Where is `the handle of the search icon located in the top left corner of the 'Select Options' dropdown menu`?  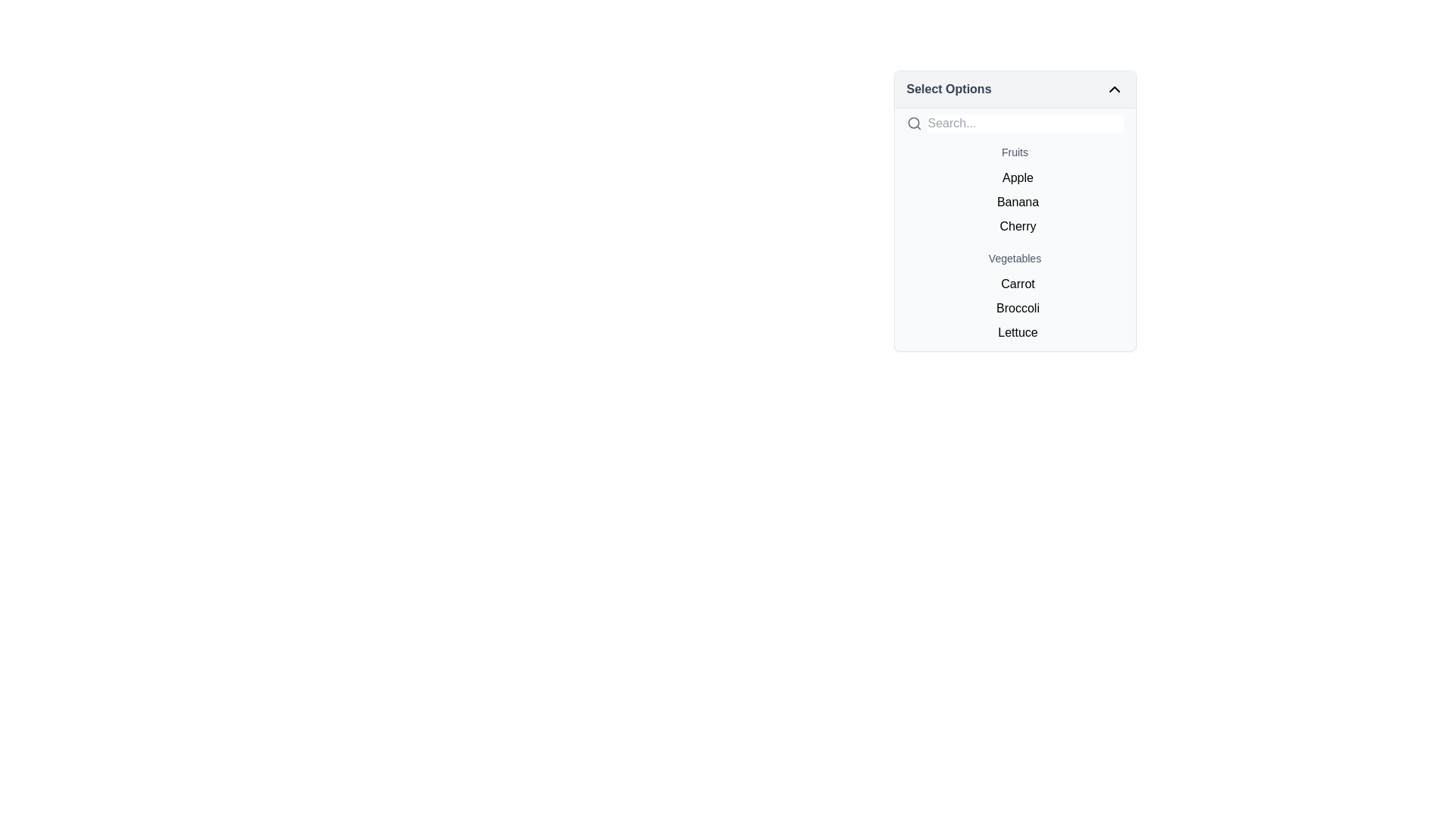 the handle of the search icon located in the top left corner of the 'Select Options' dropdown menu is located at coordinates (912, 122).